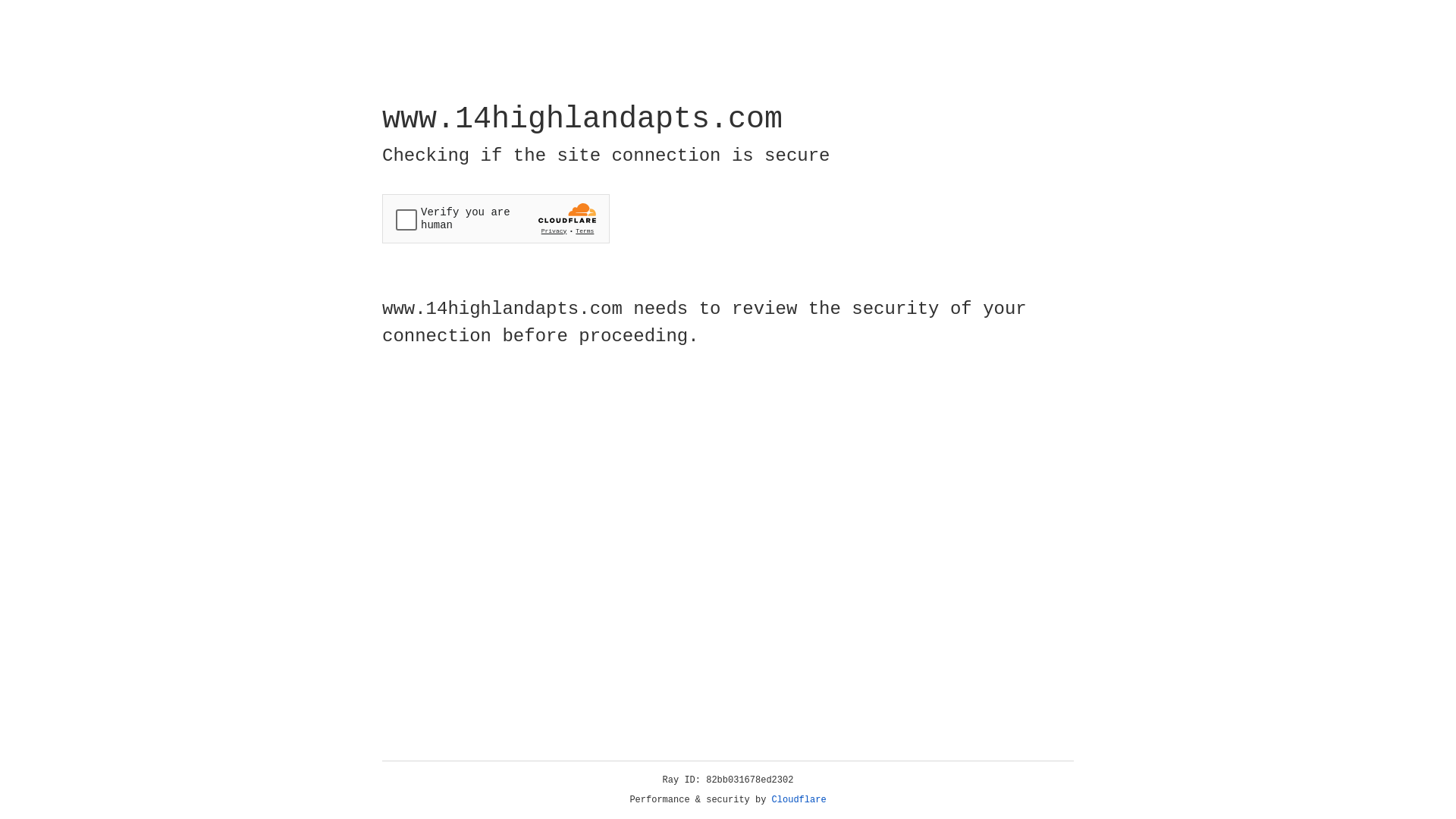  I want to click on 'Widget containing a Cloudflare security challenge', so click(495, 218).